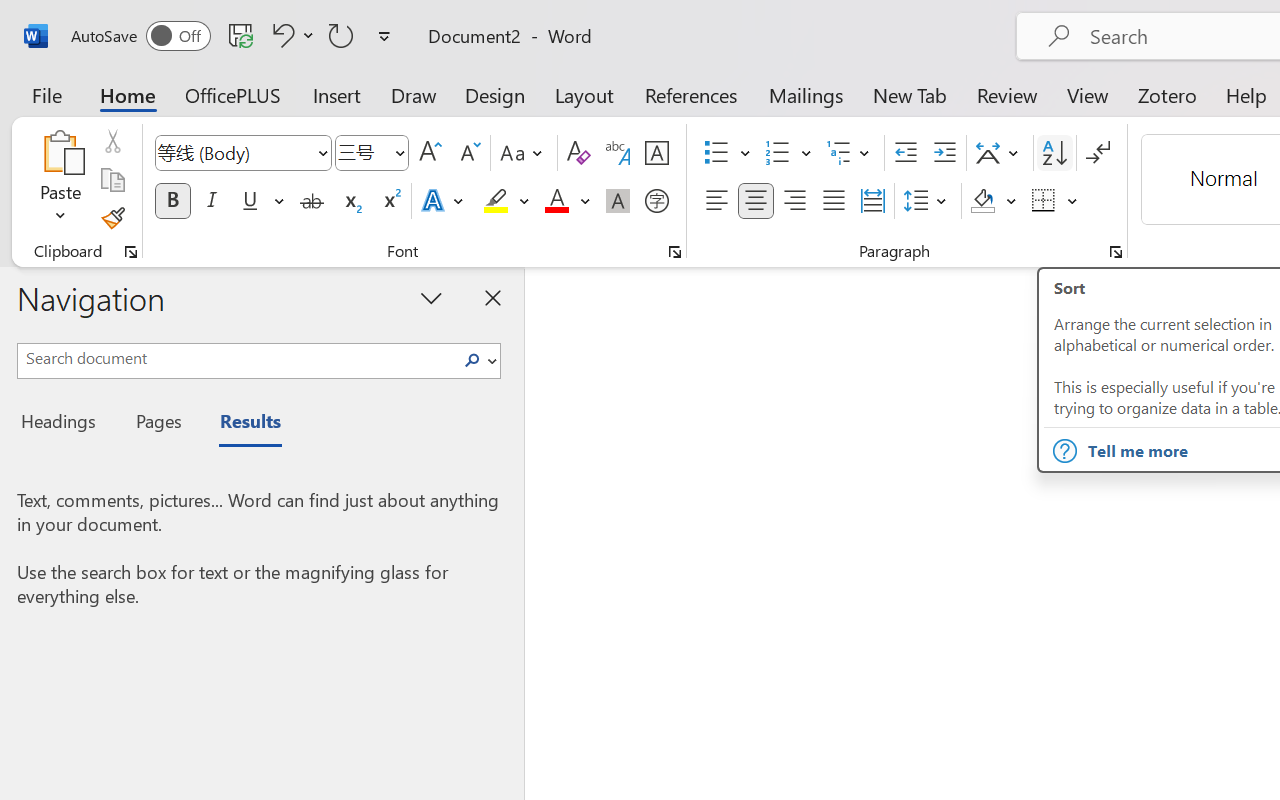 This screenshot has width=1280, height=800. I want to click on 'New Tab', so click(909, 94).